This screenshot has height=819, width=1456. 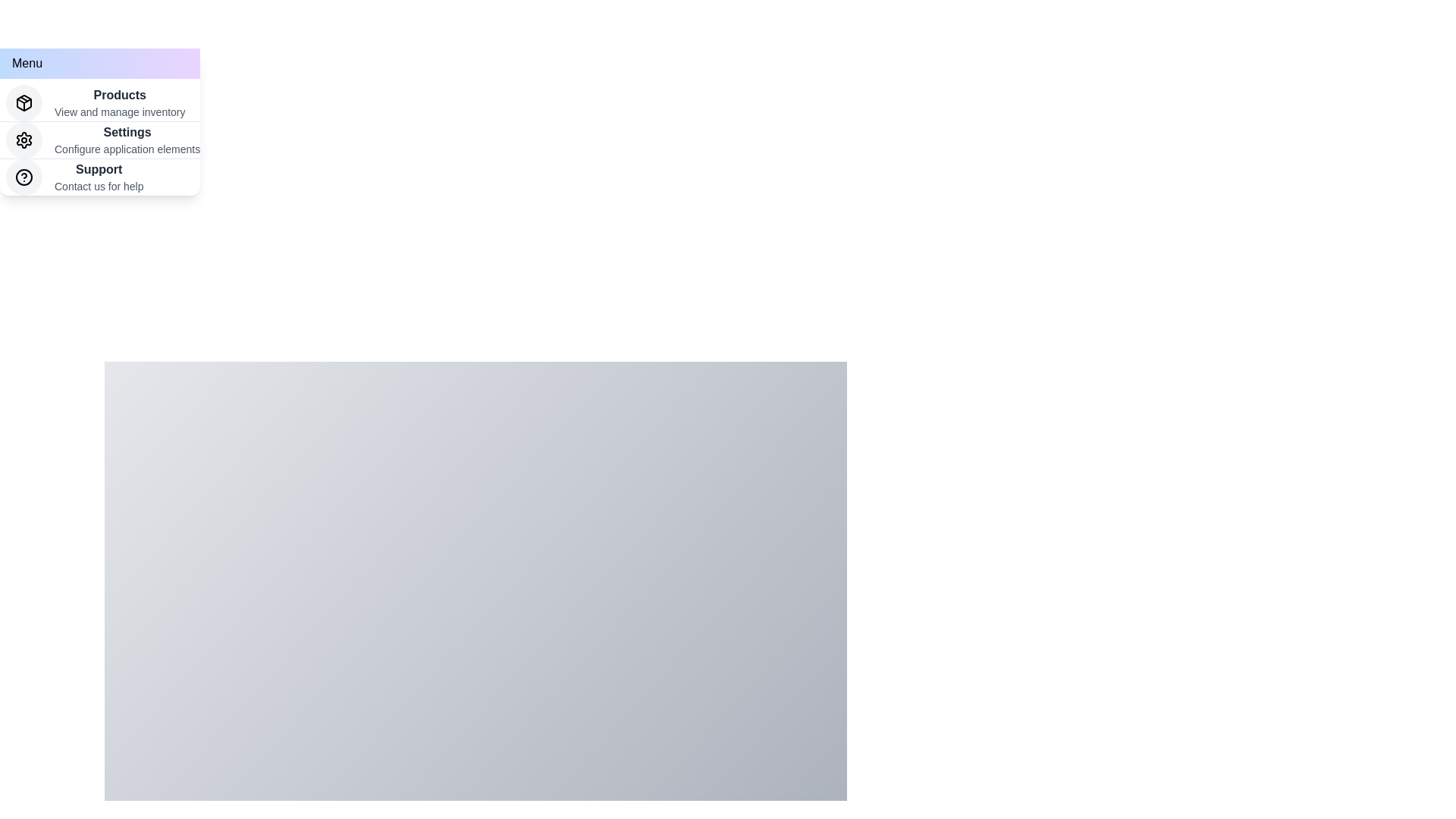 I want to click on the menu item labeled 'Support' to highlight it, so click(x=99, y=177).